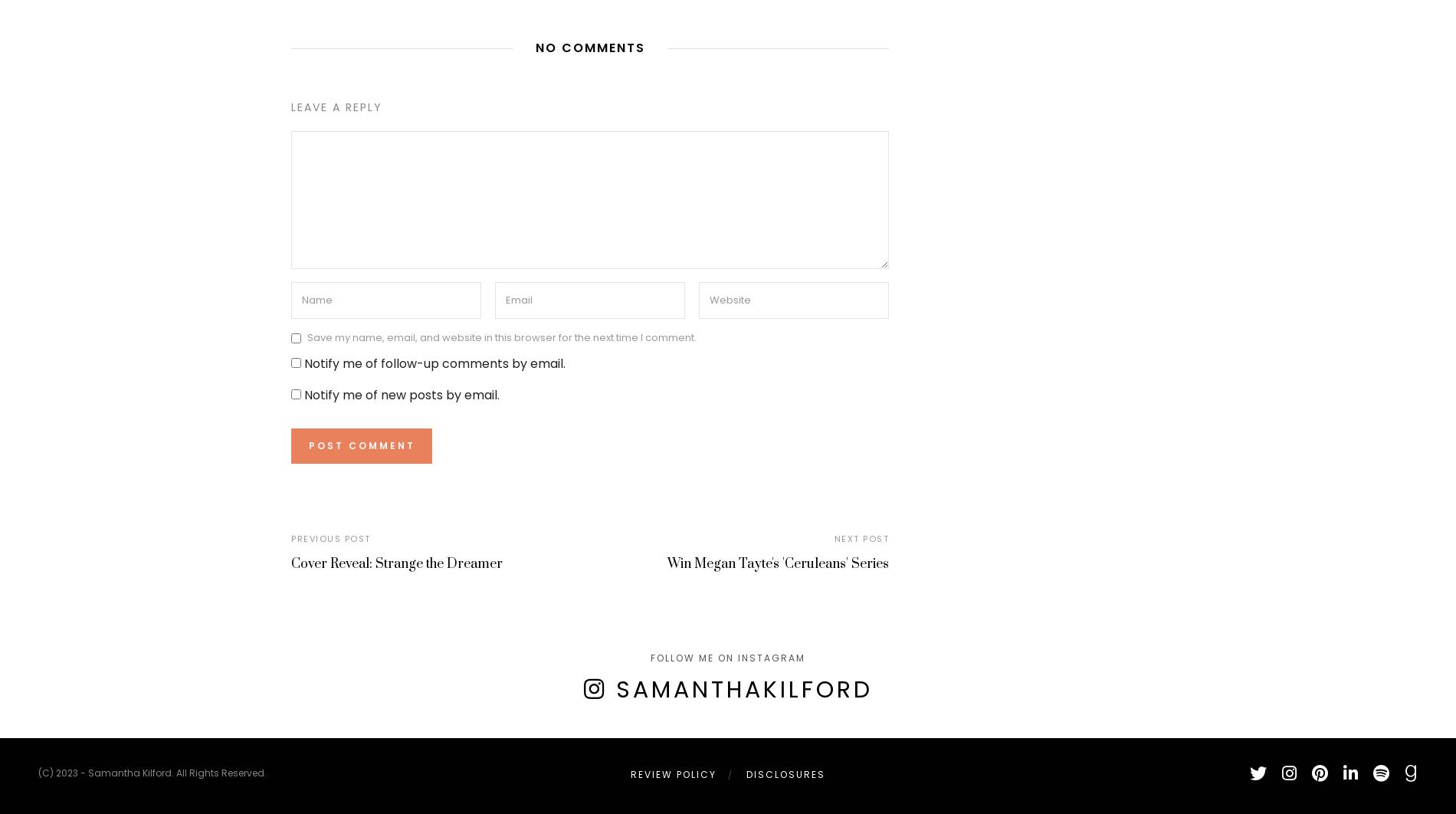 This screenshot has width=1456, height=814. Describe the element at coordinates (743, 688) in the screenshot. I see `'samanthakilford'` at that location.